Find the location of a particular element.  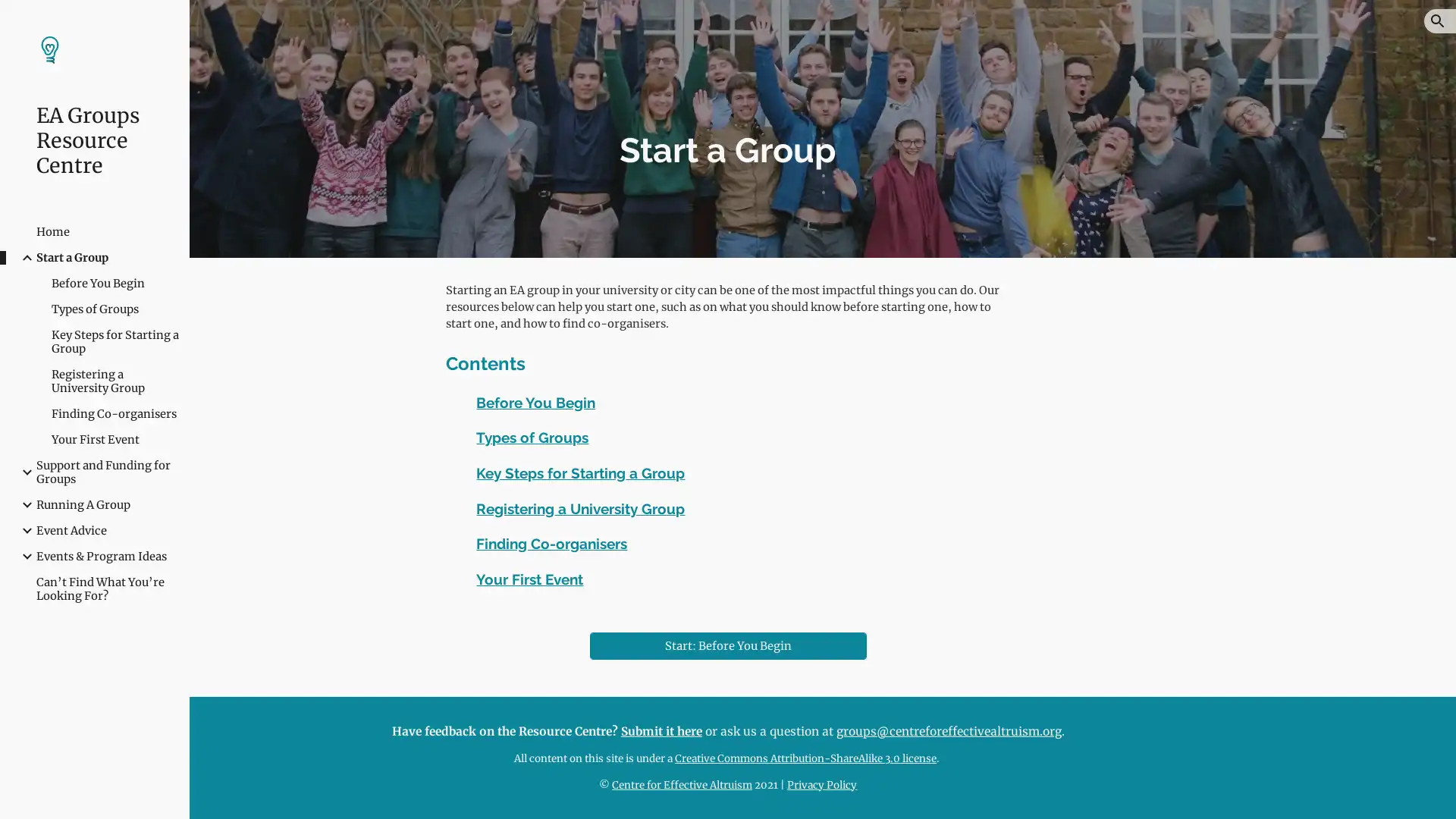

Copy heading link is located at coordinates (796, 508).